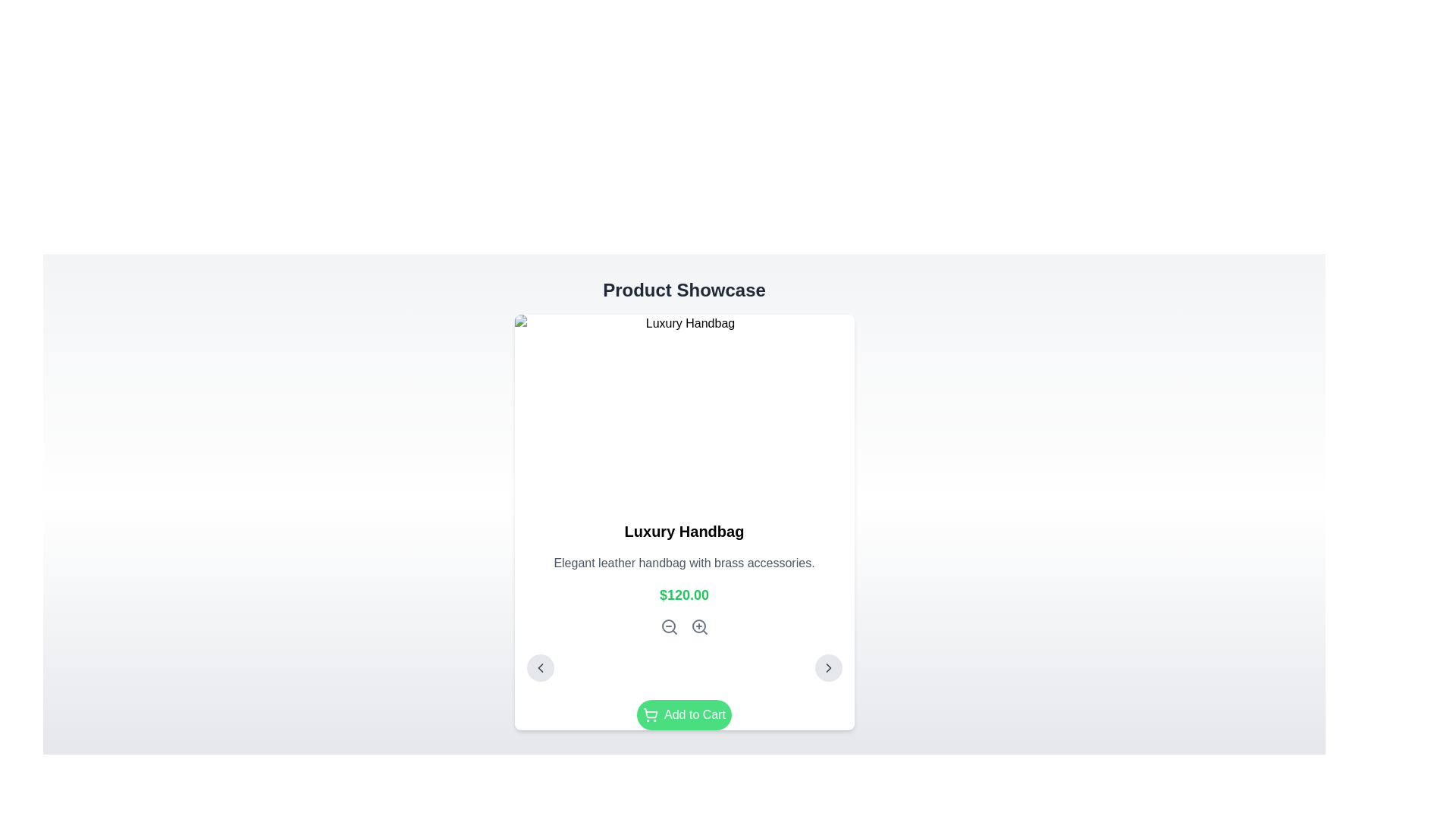  Describe the element at coordinates (668, 626) in the screenshot. I see `the leftmost icon in the 'Product Showcase' card, located to the immediate right of the product price` at that location.